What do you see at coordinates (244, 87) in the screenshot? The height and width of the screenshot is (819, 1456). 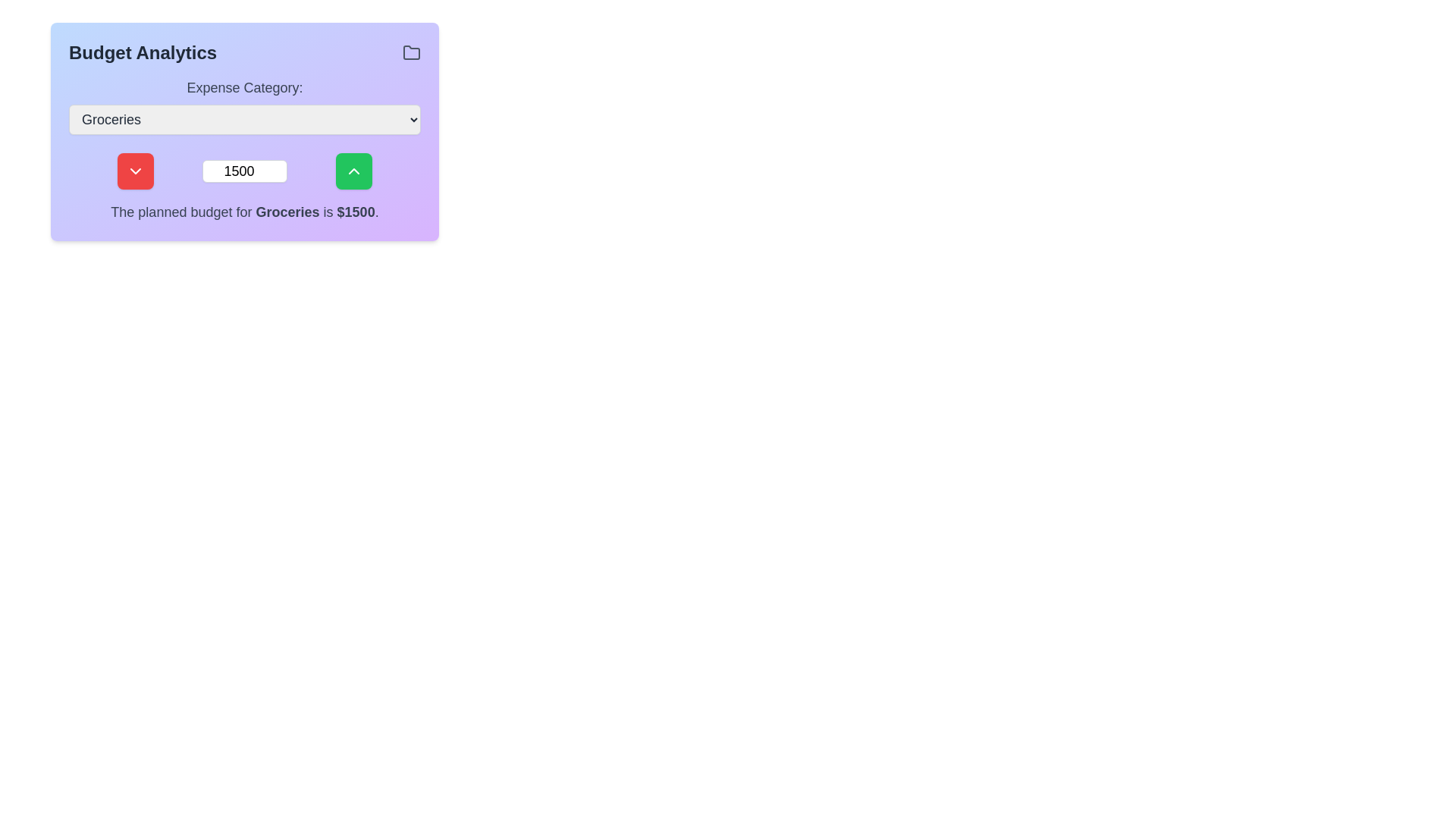 I see `the text label displaying 'Expense Category:' which is styled with a large font size and gray color, located below the 'Budget Analytics' header and above the dropdown field` at bounding box center [244, 87].